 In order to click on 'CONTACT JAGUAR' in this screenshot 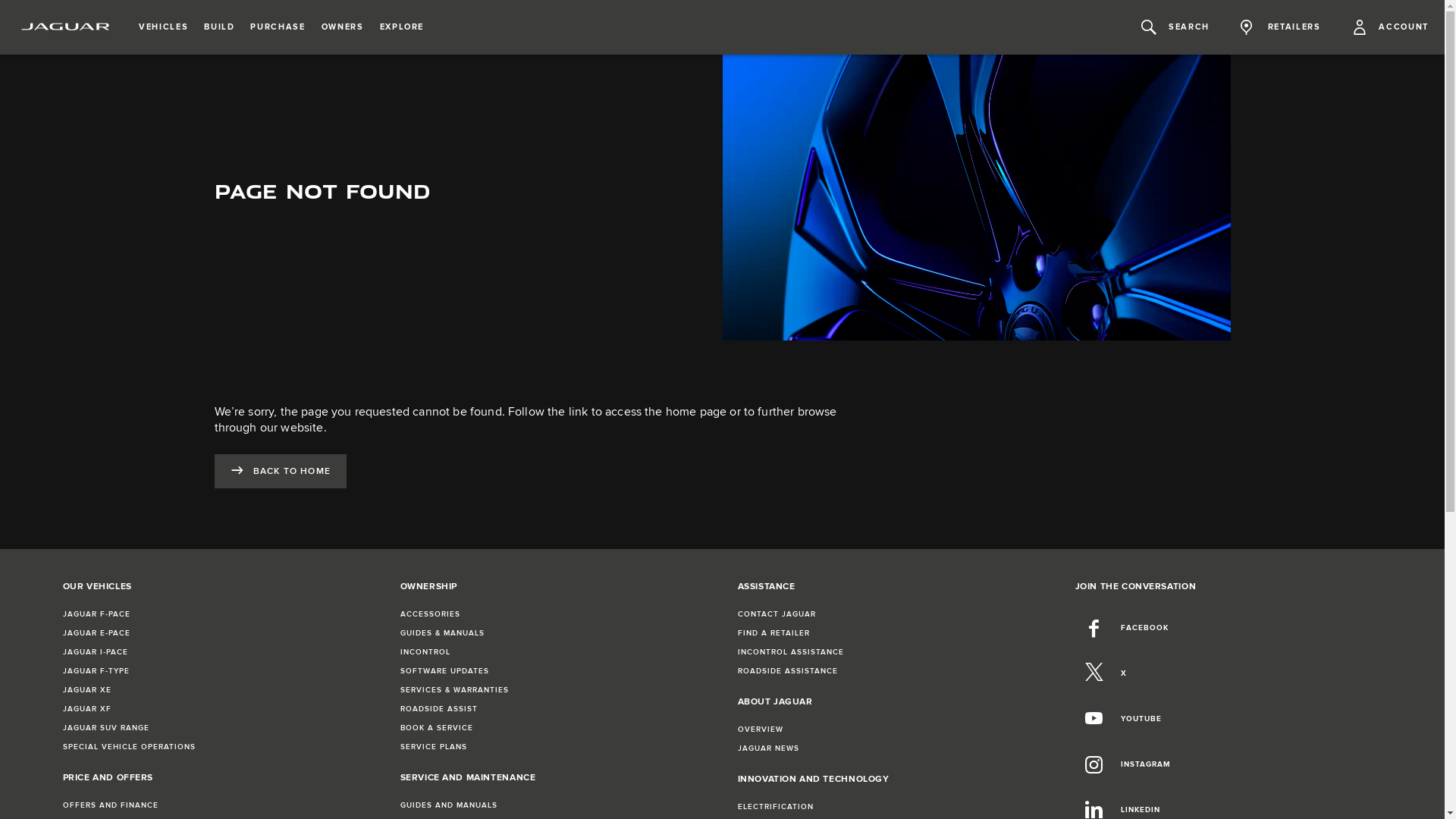, I will do `click(776, 614)`.